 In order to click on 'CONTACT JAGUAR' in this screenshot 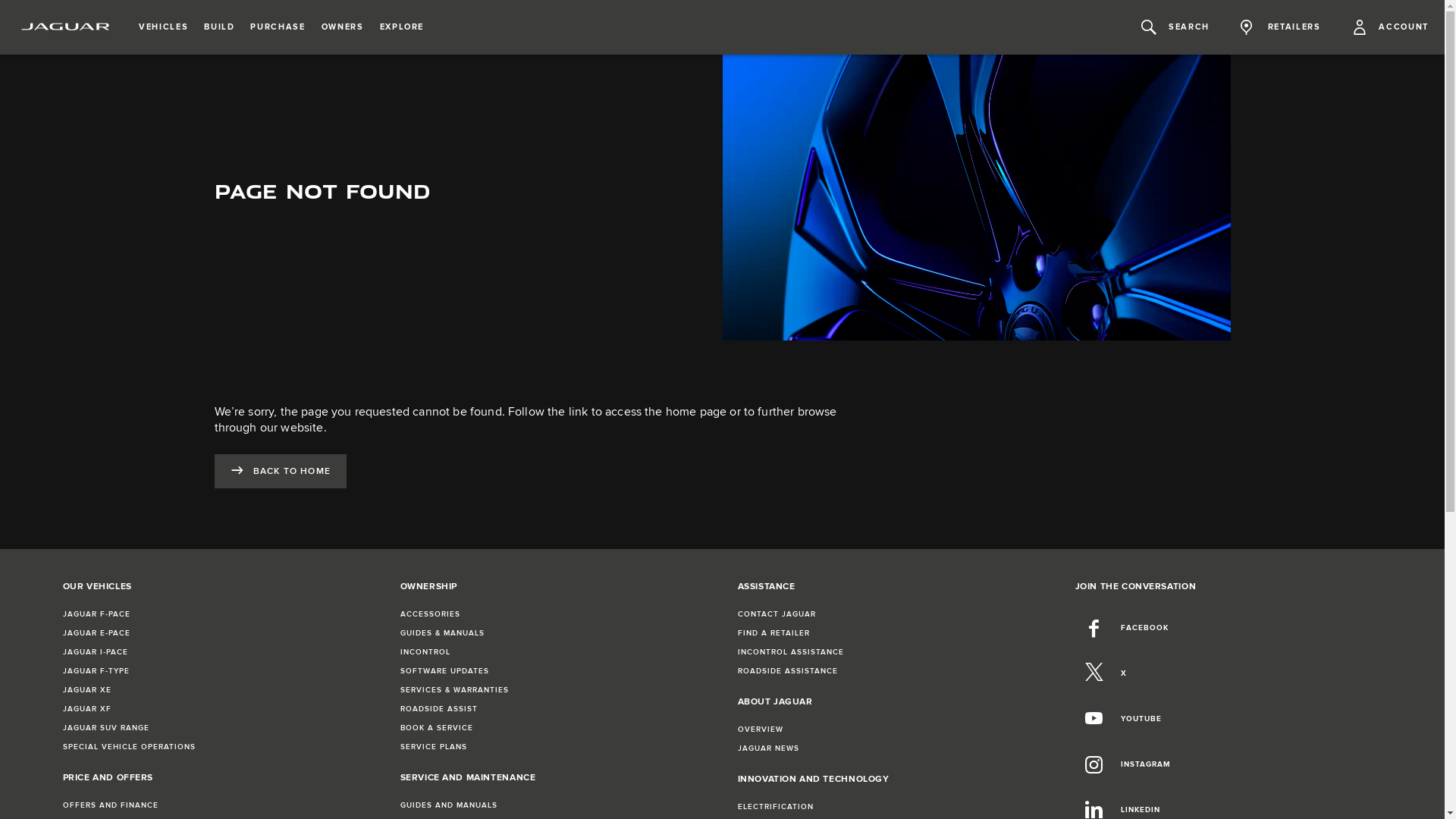, I will do `click(776, 614)`.